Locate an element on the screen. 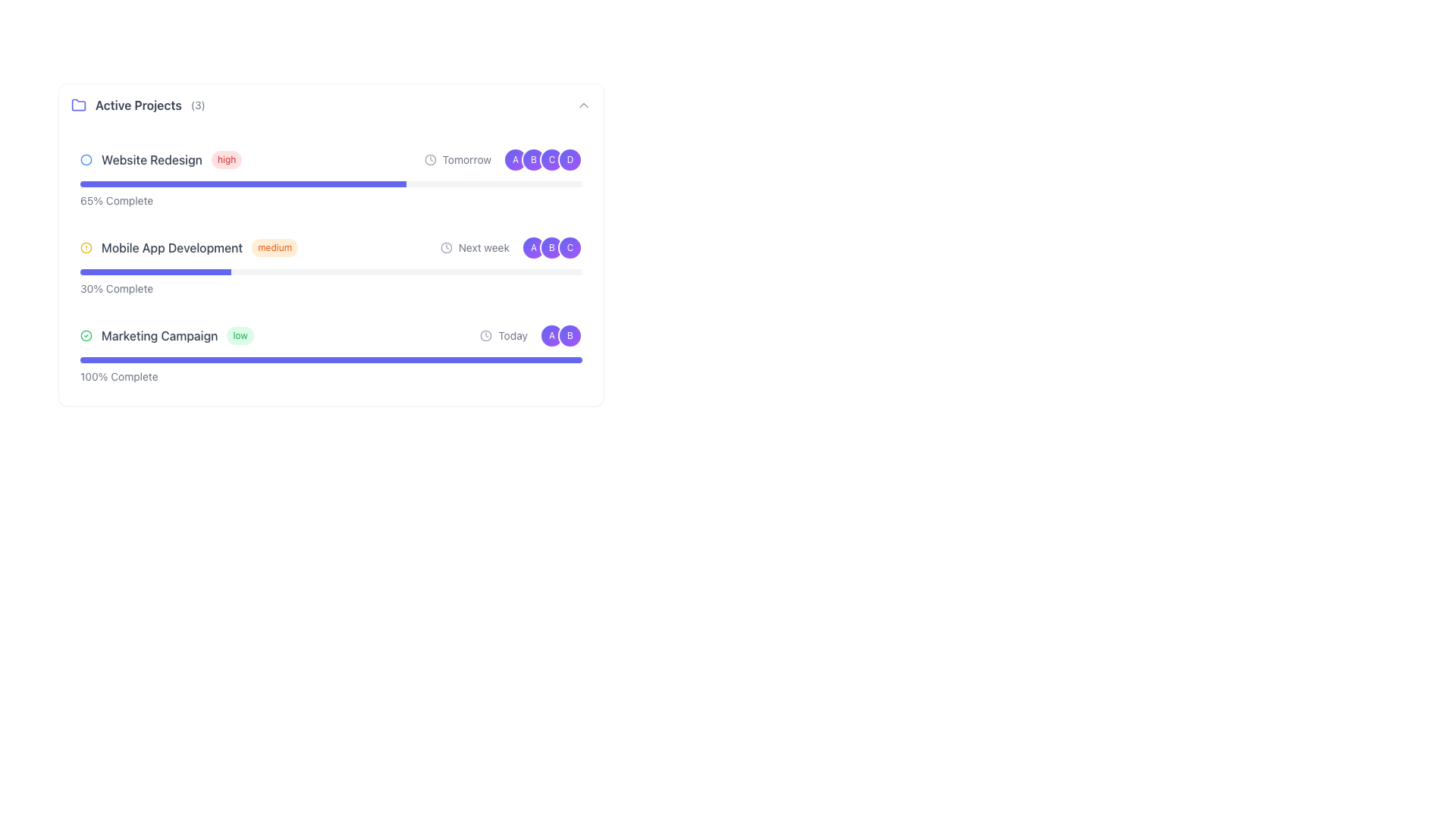 The width and height of the screenshot is (1456, 819). the static text label that serves as the title for a project entry, located between a blue circle icon and a 'high' priority label is located at coordinates (152, 160).